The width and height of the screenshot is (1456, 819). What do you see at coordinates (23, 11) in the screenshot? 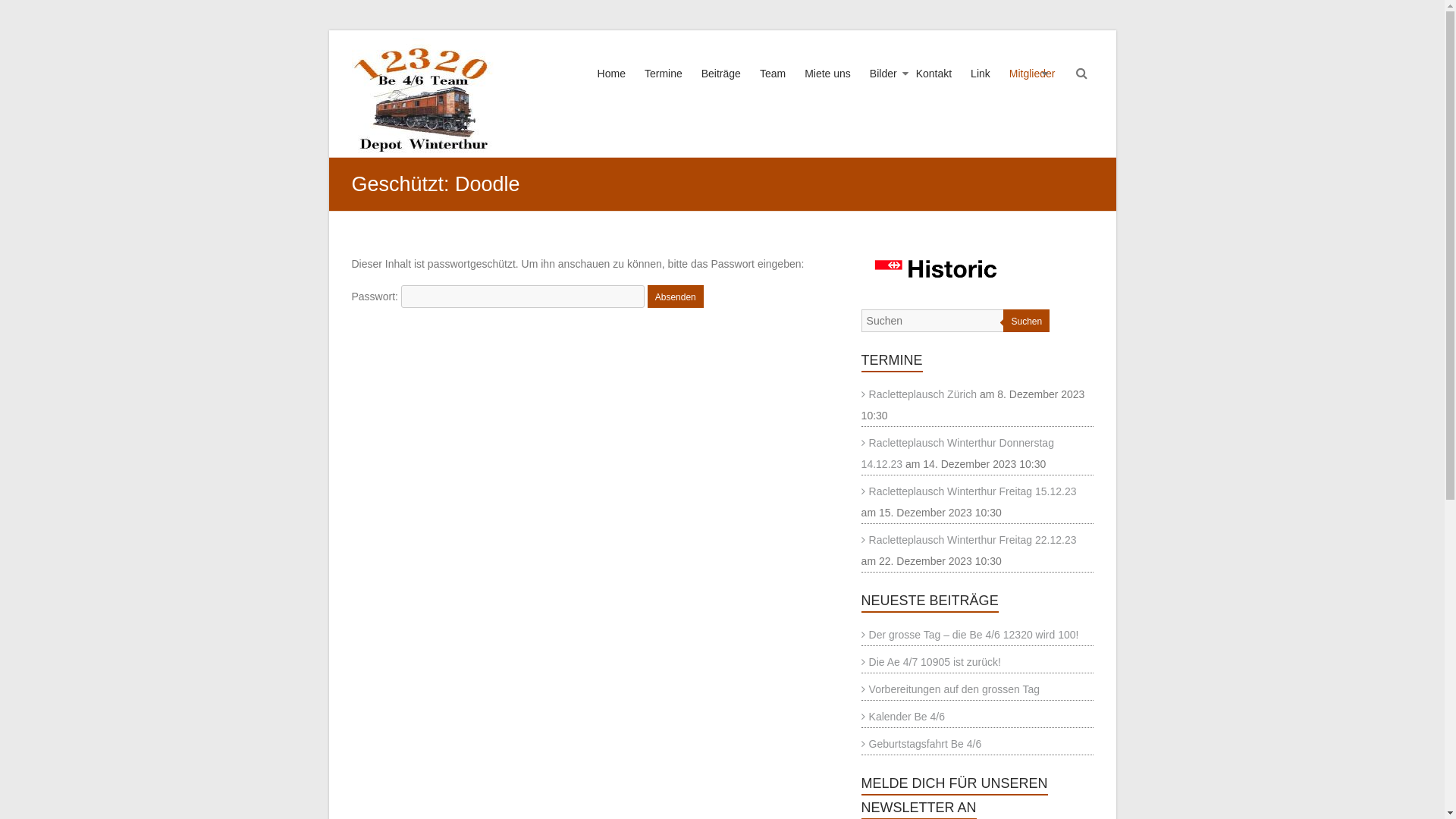
I see `'Suchen'` at bounding box center [23, 11].